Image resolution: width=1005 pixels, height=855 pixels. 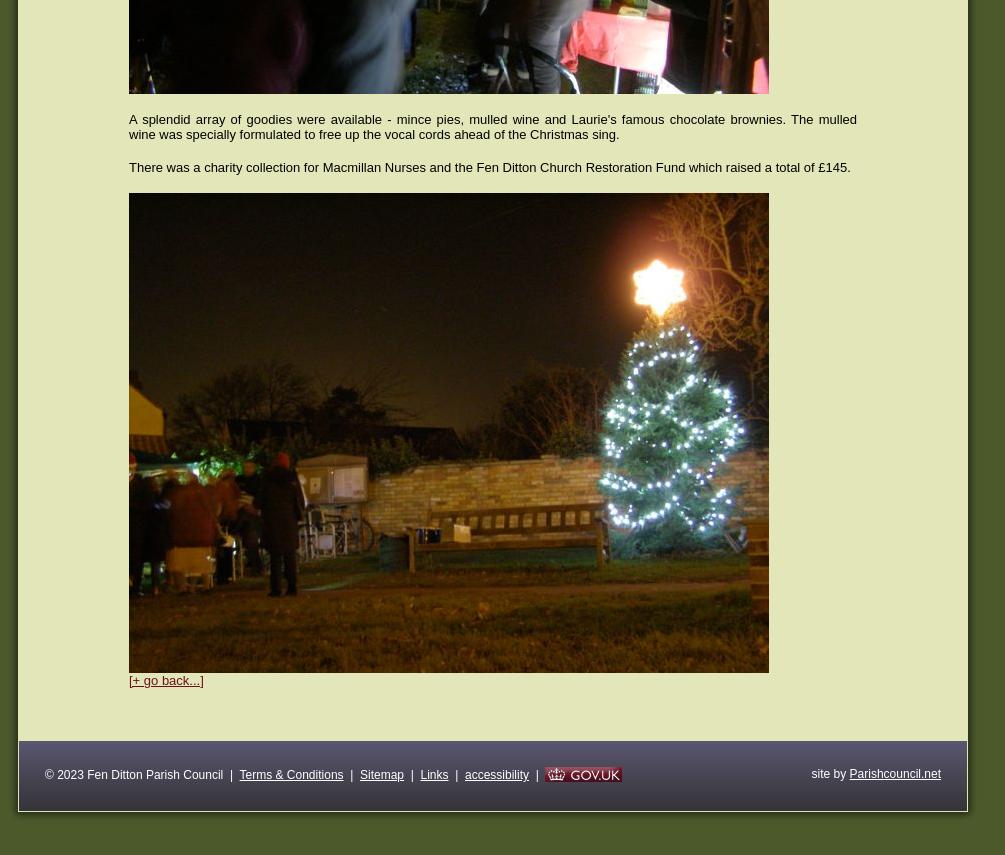 I want to click on '[+ go back...]', so click(x=166, y=680).